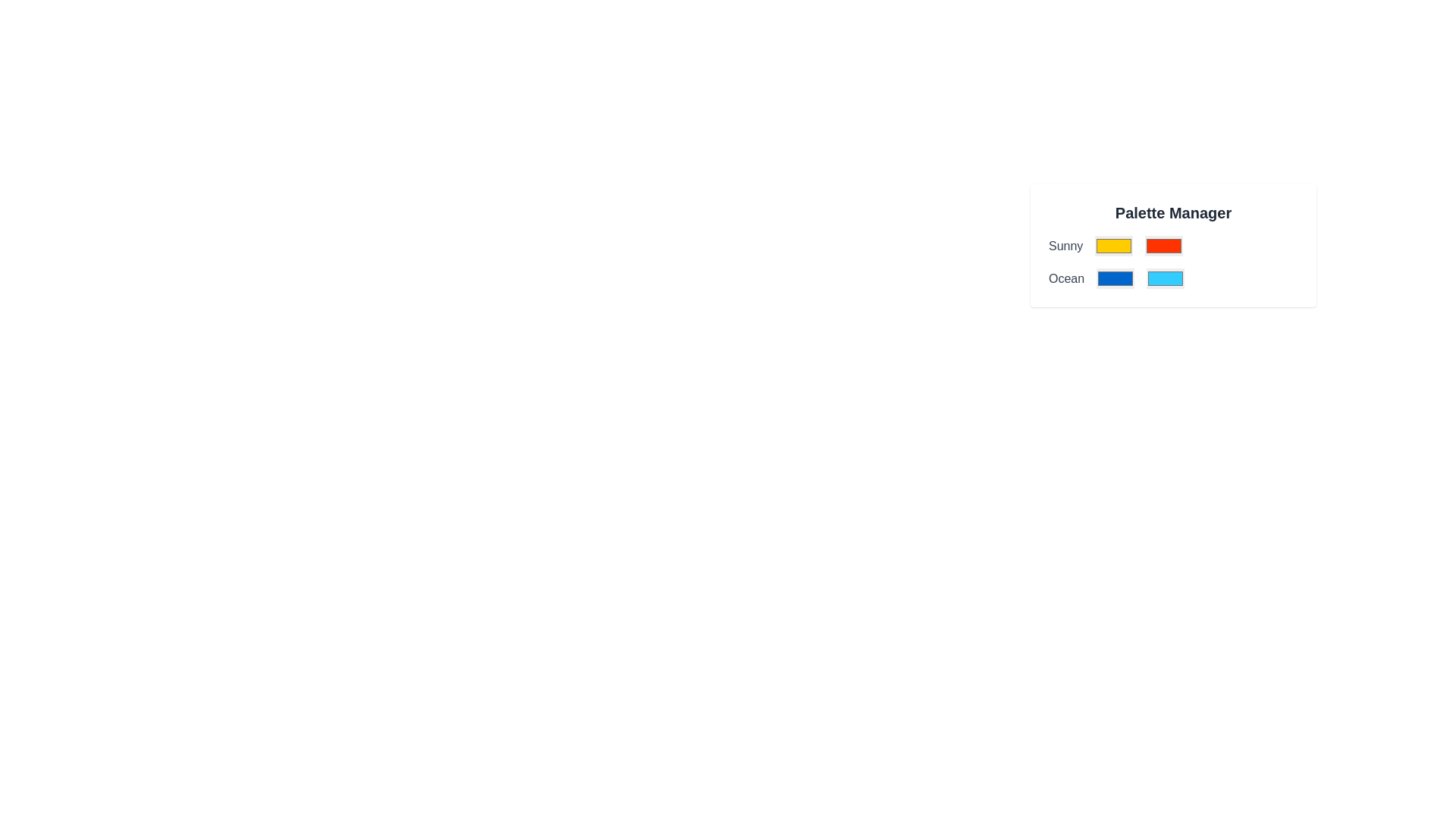  What do you see at coordinates (1172, 245) in the screenshot?
I see `the second interactive color box in the color palette manager UI` at bounding box center [1172, 245].